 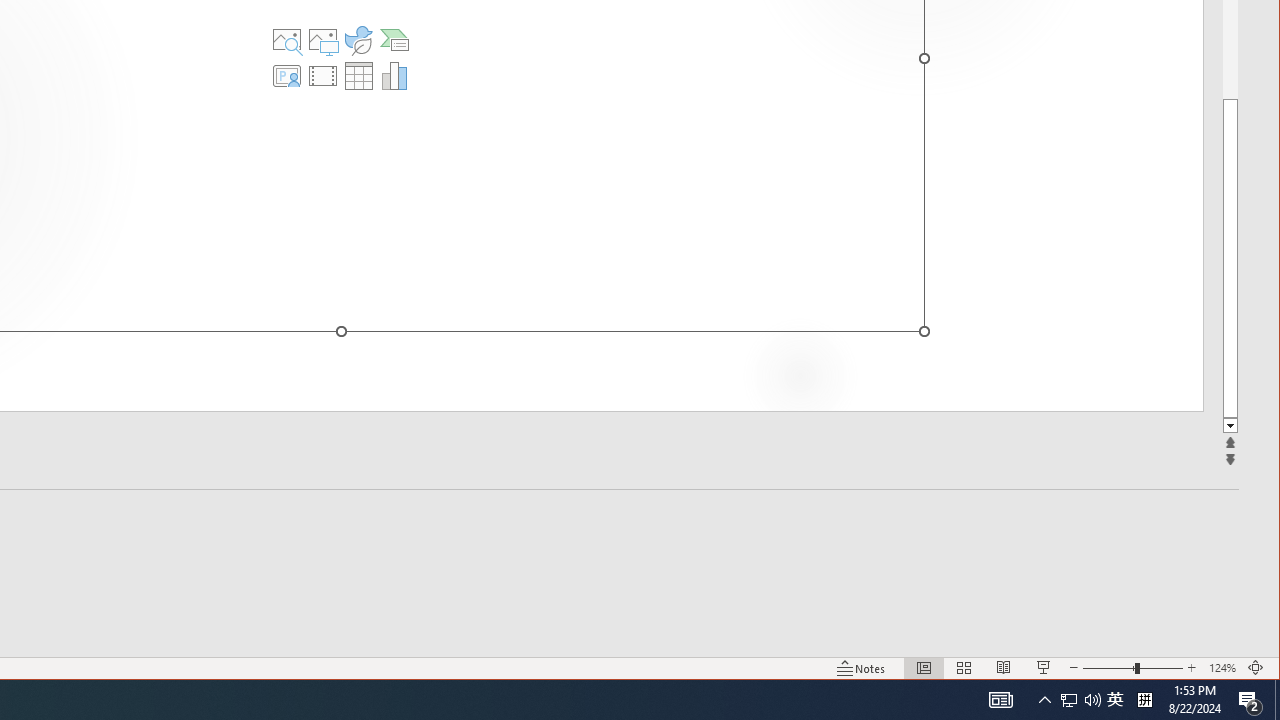 What do you see at coordinates (1221, 668) in the screenshot?
I see `'Zoom 124%'` at bounding box center [1221, 668].